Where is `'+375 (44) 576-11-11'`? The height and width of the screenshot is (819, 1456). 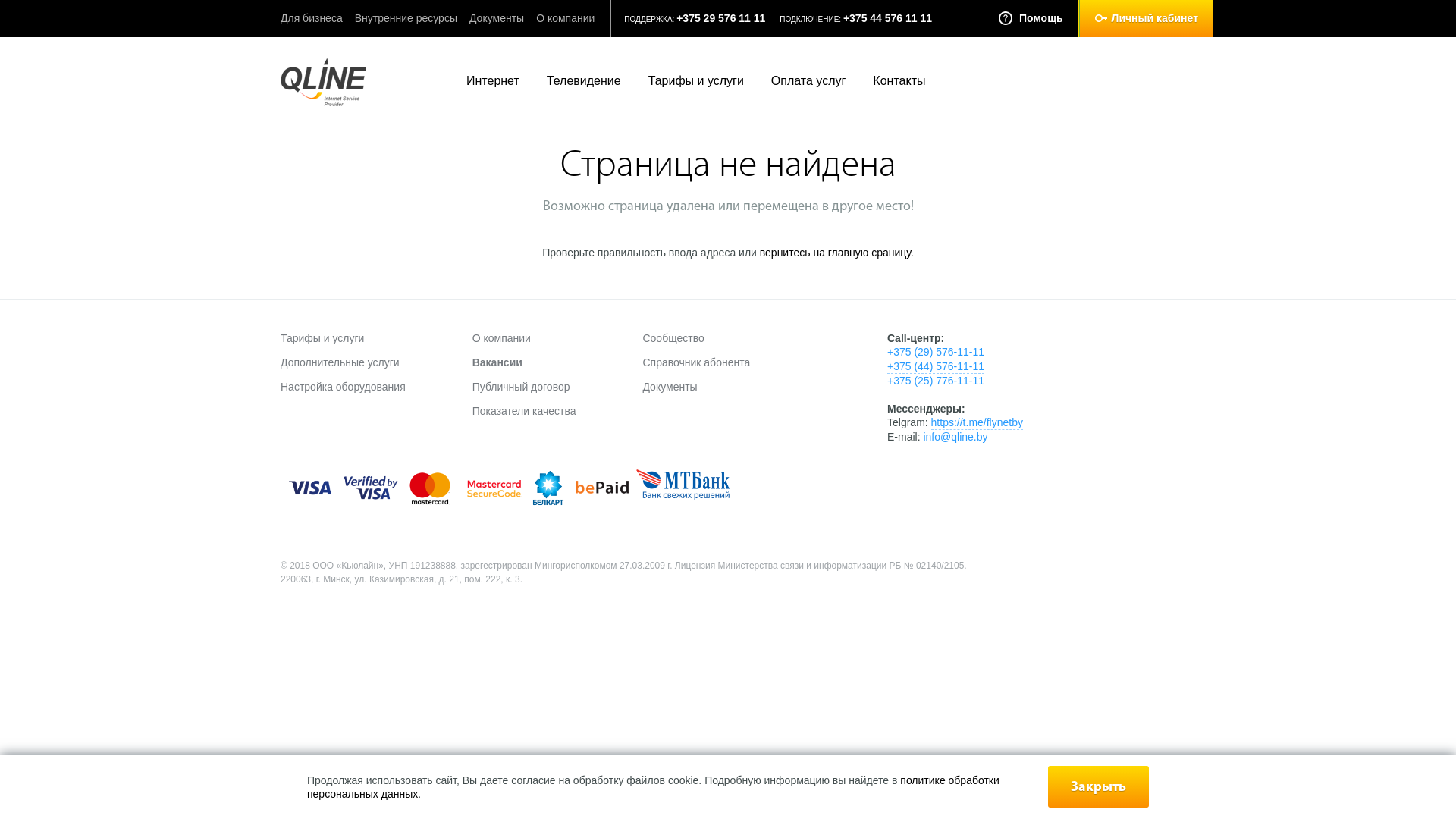 '+375 (44) 576-11-11' is located at coordinates (934, 366).